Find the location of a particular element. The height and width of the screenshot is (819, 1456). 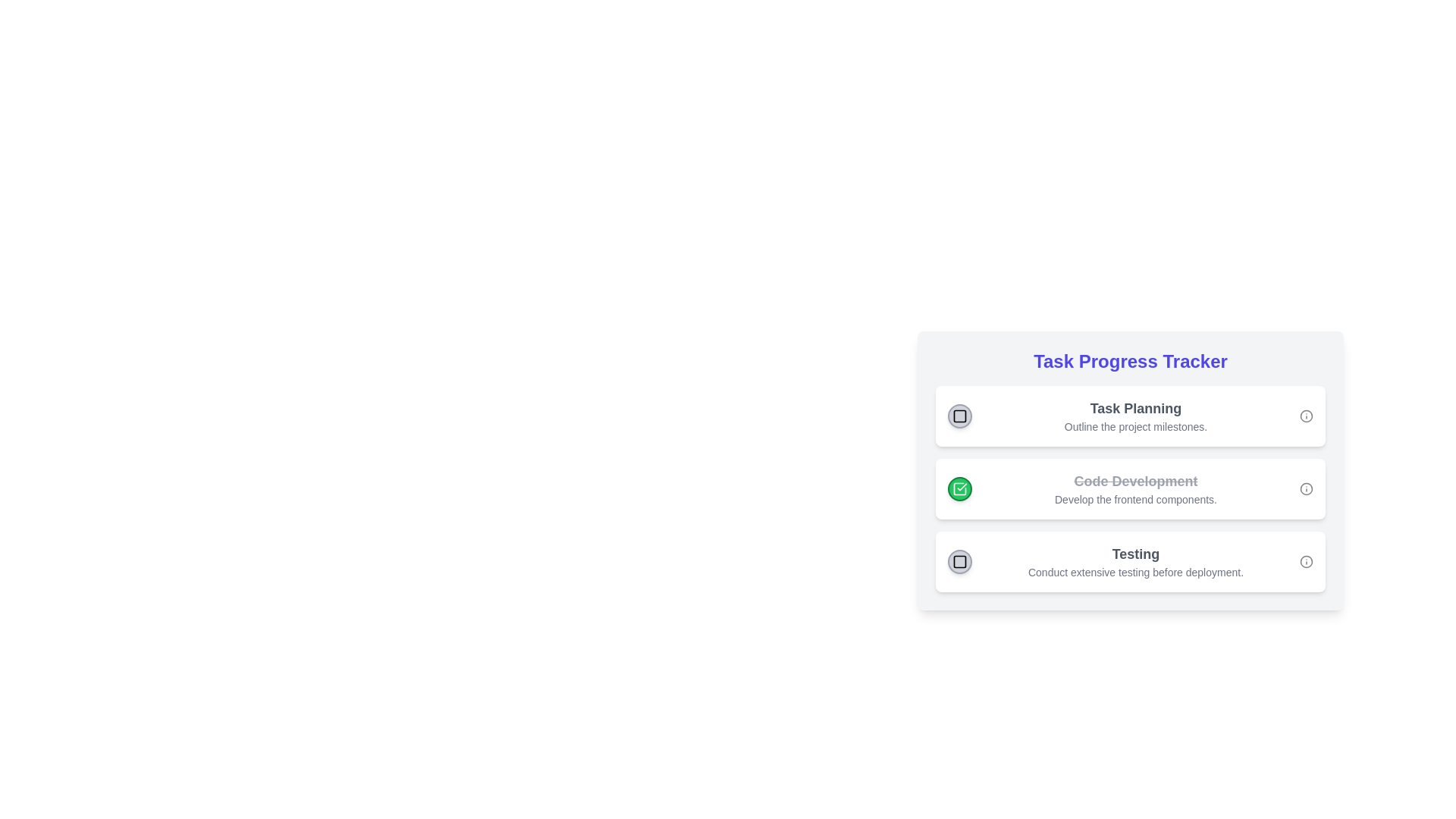

the status of the 'Task Planning' icon, which serves as an identifying status indicator for the task, positioned at the beginning of the row in the tracker module is located at coordinates (959, 416).